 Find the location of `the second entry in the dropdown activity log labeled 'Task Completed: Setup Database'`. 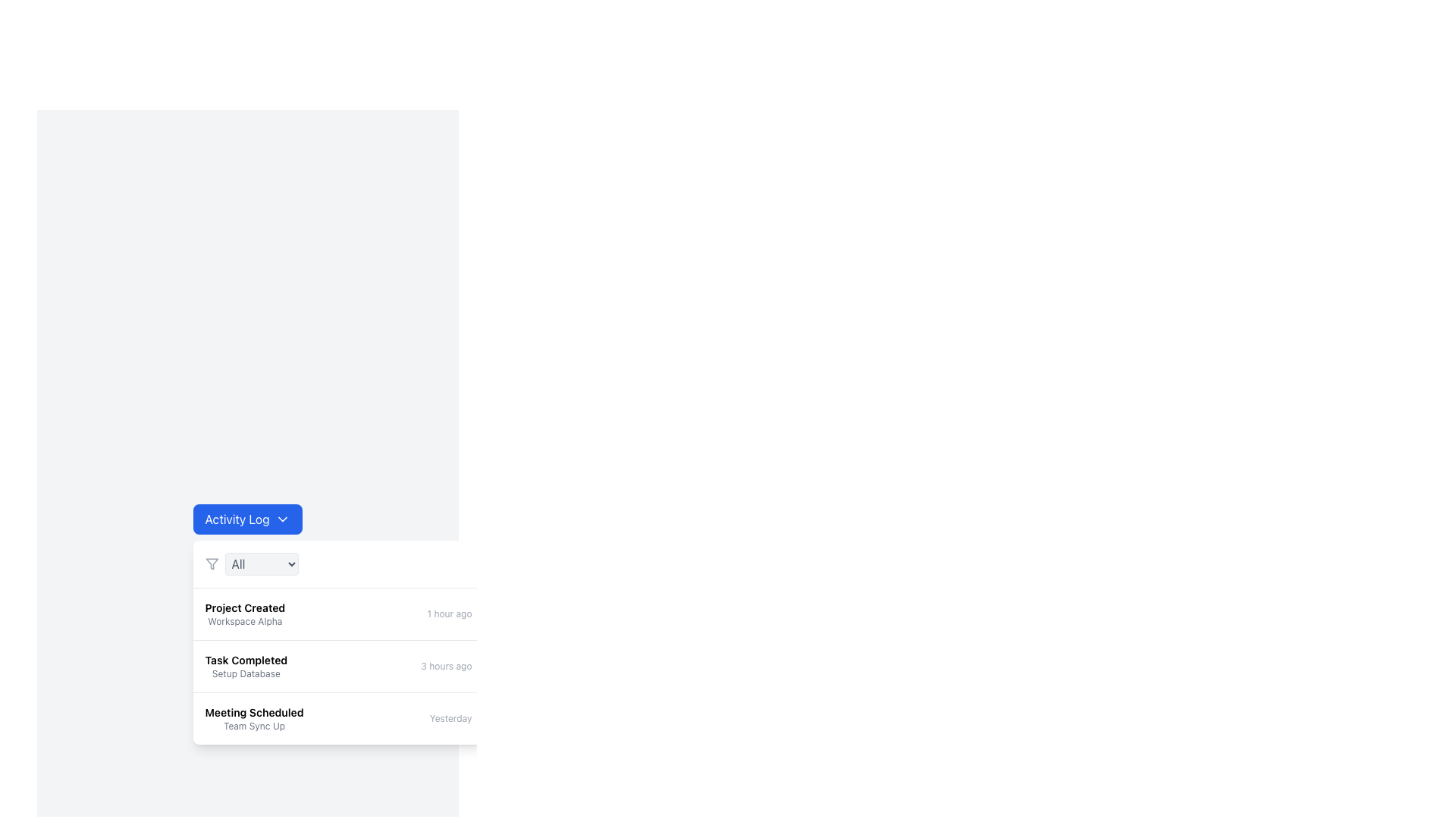

the second entry in the dropdown activity log labeled 'Task Completed: Setup Database' is located at coordinates (337, 642).